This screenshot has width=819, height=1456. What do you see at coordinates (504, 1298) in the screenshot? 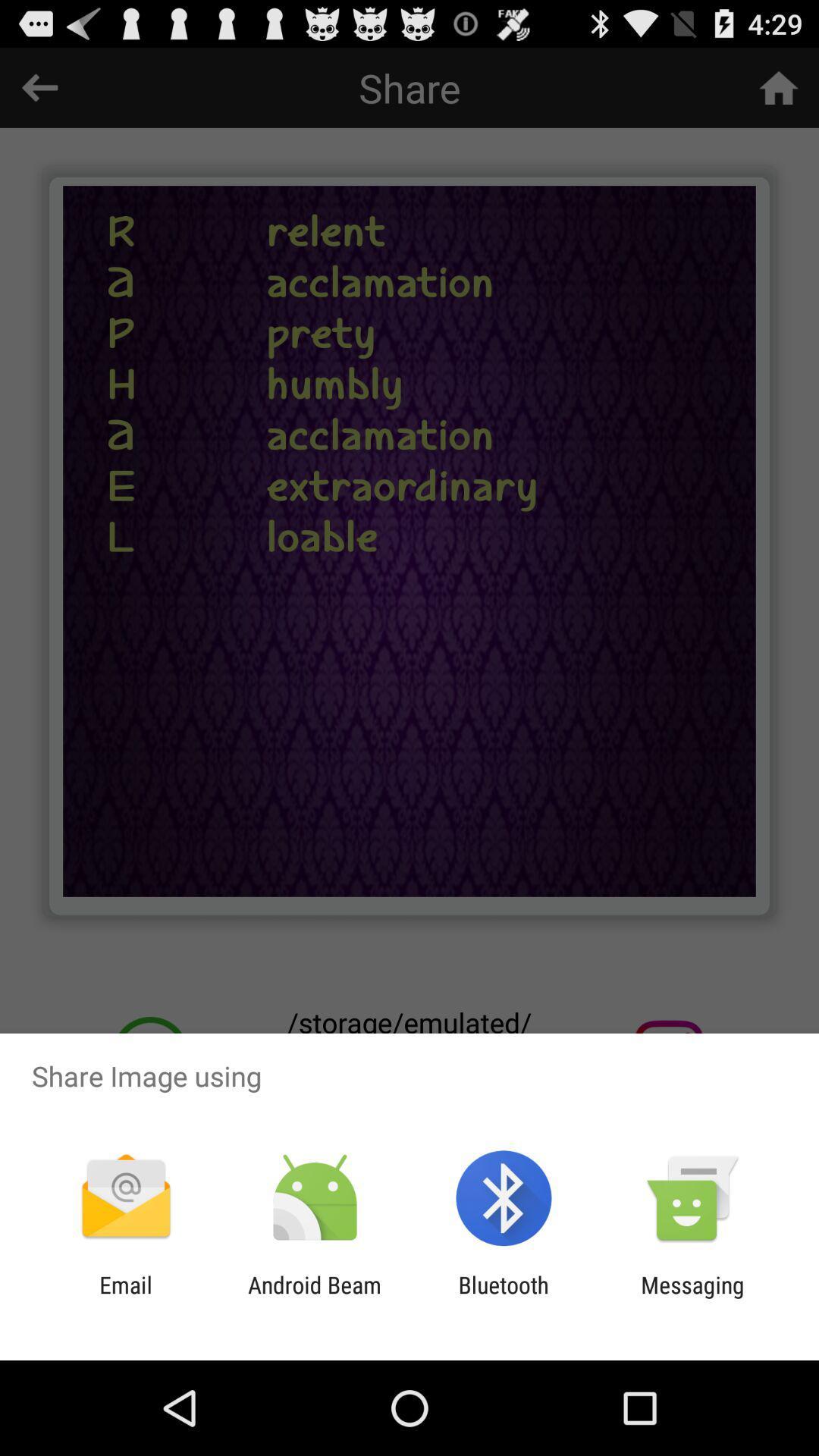
I see `icon next to the android beam app` at bounding box center [504, 1298].